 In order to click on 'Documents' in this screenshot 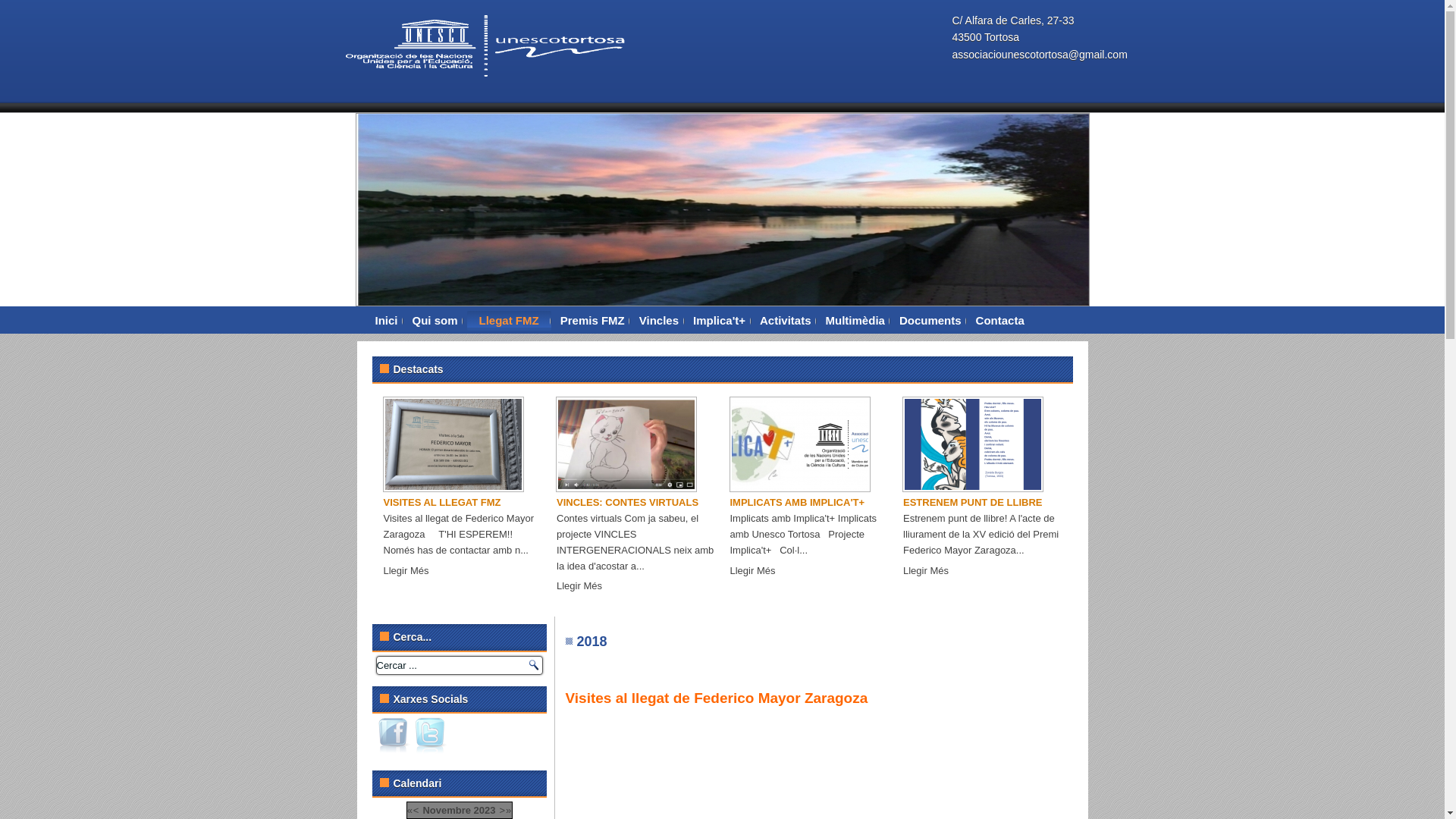, I will do `click(930, 320)`.